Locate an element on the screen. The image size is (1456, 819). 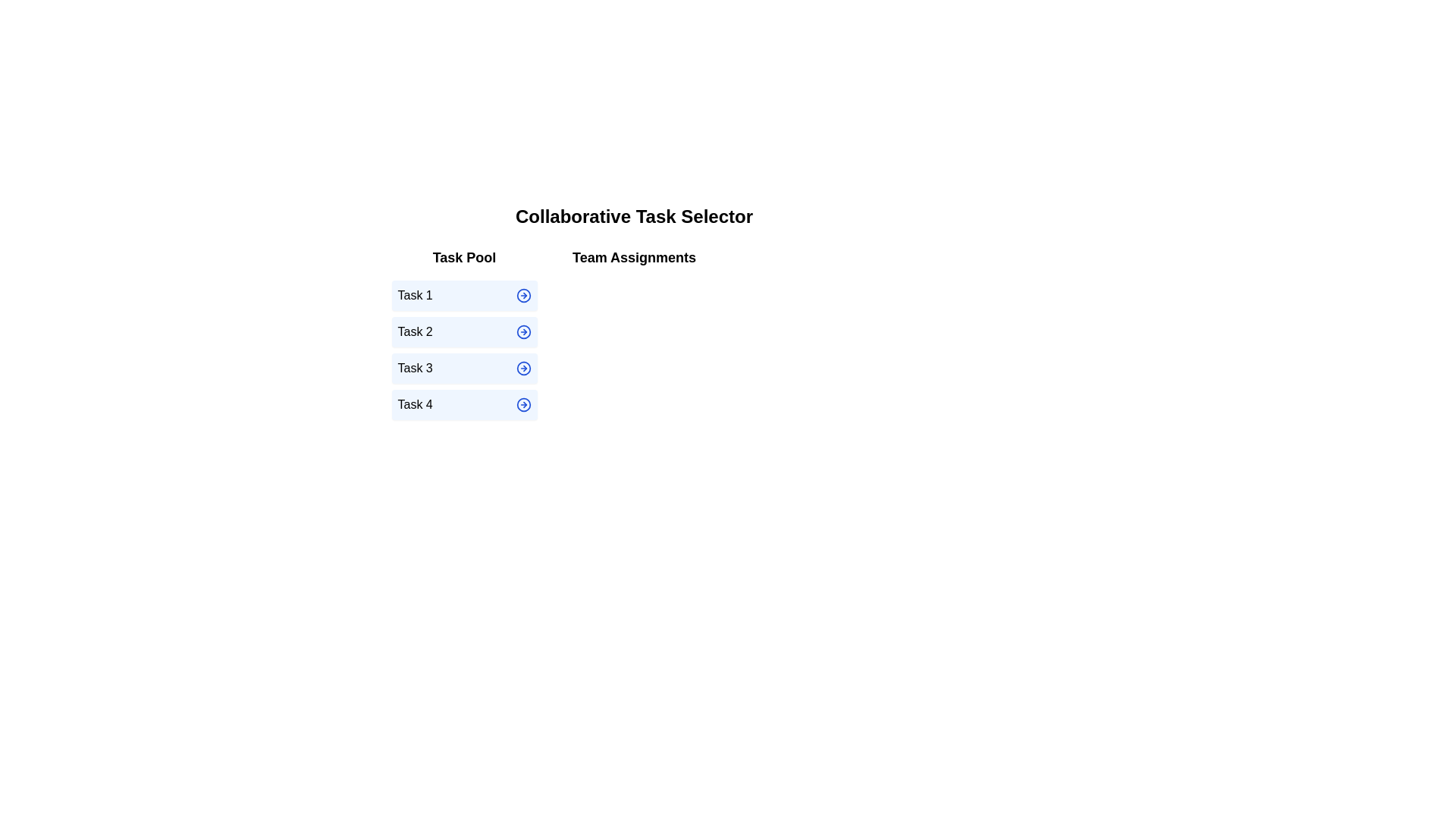
the arrow icon next to the task Task 3 in the Task Pool to move it to Team Assignments is located at coordinates (523, 369).